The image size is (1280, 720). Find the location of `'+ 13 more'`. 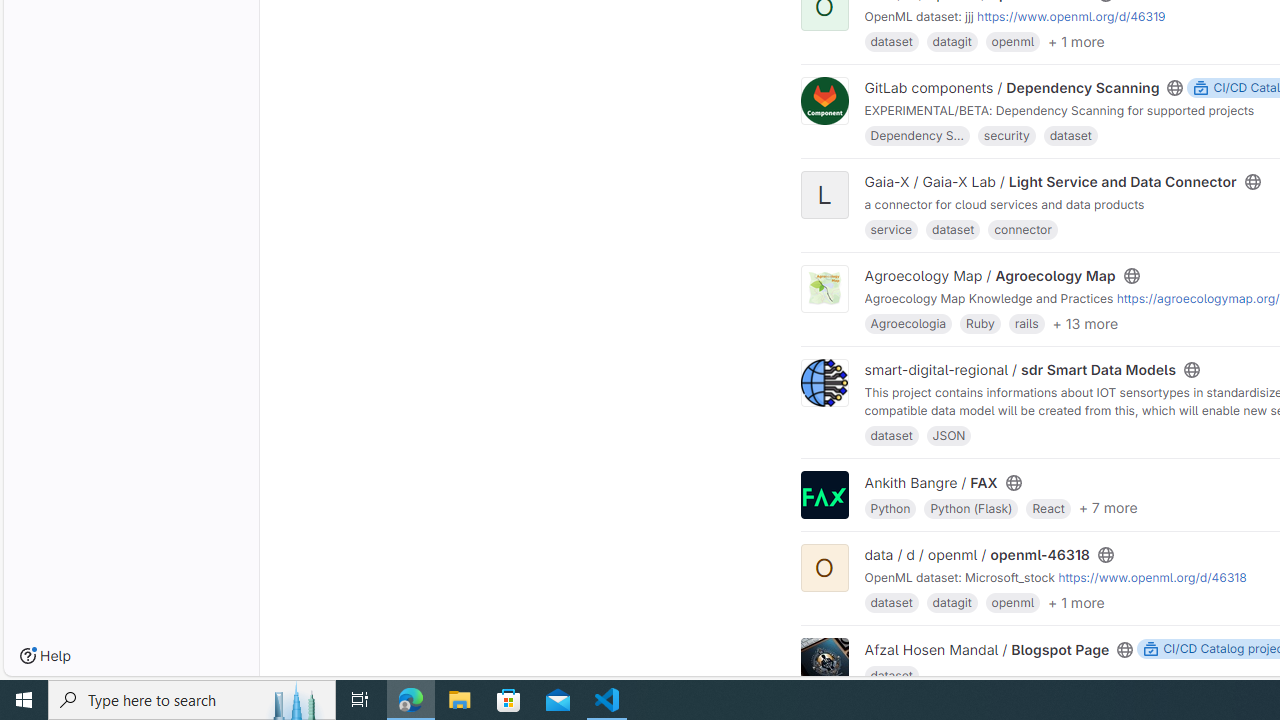

'+ 13 more' is located at coordinates (1084, 321).